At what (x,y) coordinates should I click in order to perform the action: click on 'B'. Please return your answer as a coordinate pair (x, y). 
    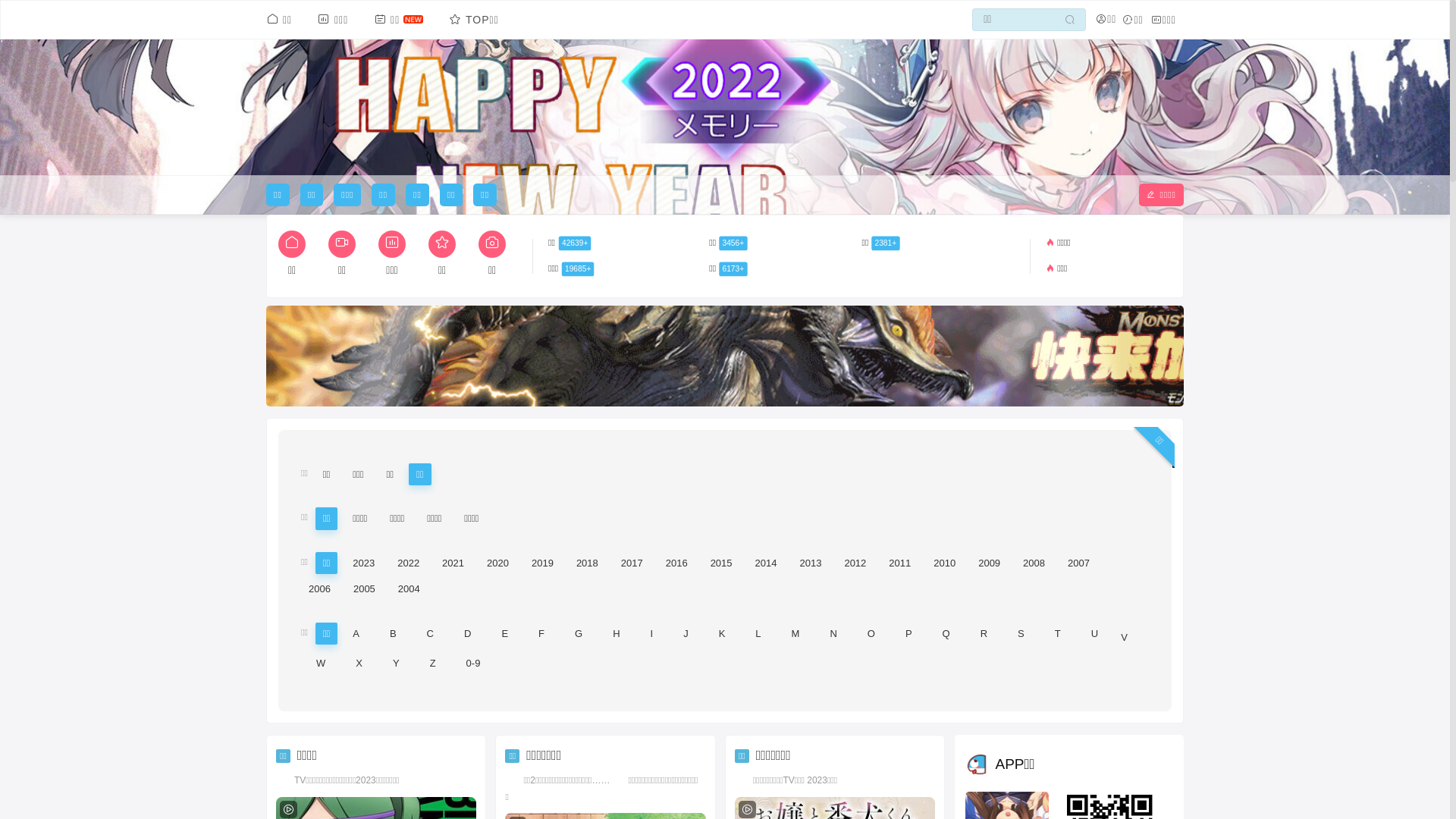
    Looking at the image, I should click on (382, 633).